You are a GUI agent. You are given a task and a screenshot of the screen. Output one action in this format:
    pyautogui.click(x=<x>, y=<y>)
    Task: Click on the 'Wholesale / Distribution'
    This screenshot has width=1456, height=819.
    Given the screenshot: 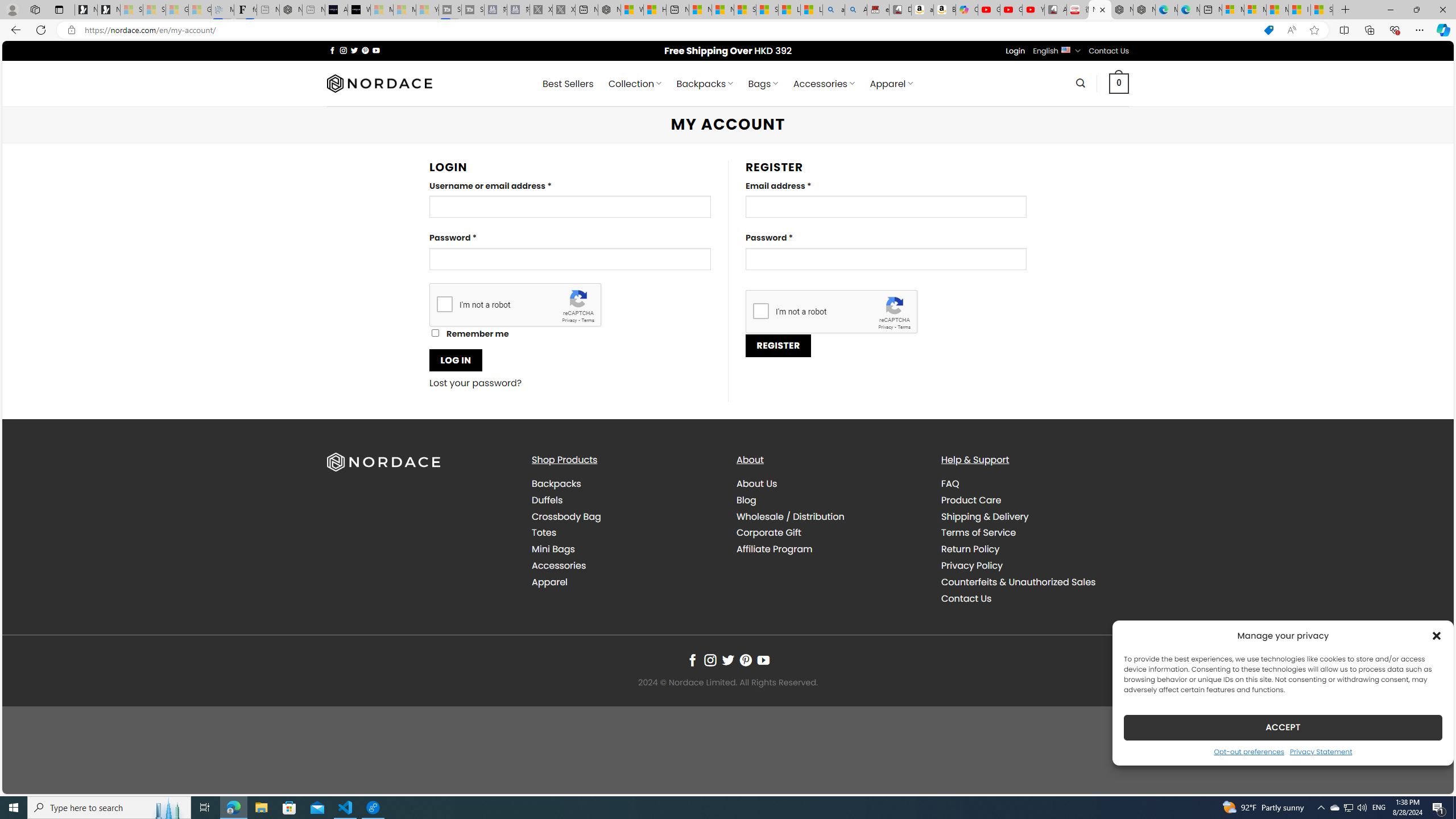 What is the action you would take?
    pyautogui.click(x=791, y=516)
    